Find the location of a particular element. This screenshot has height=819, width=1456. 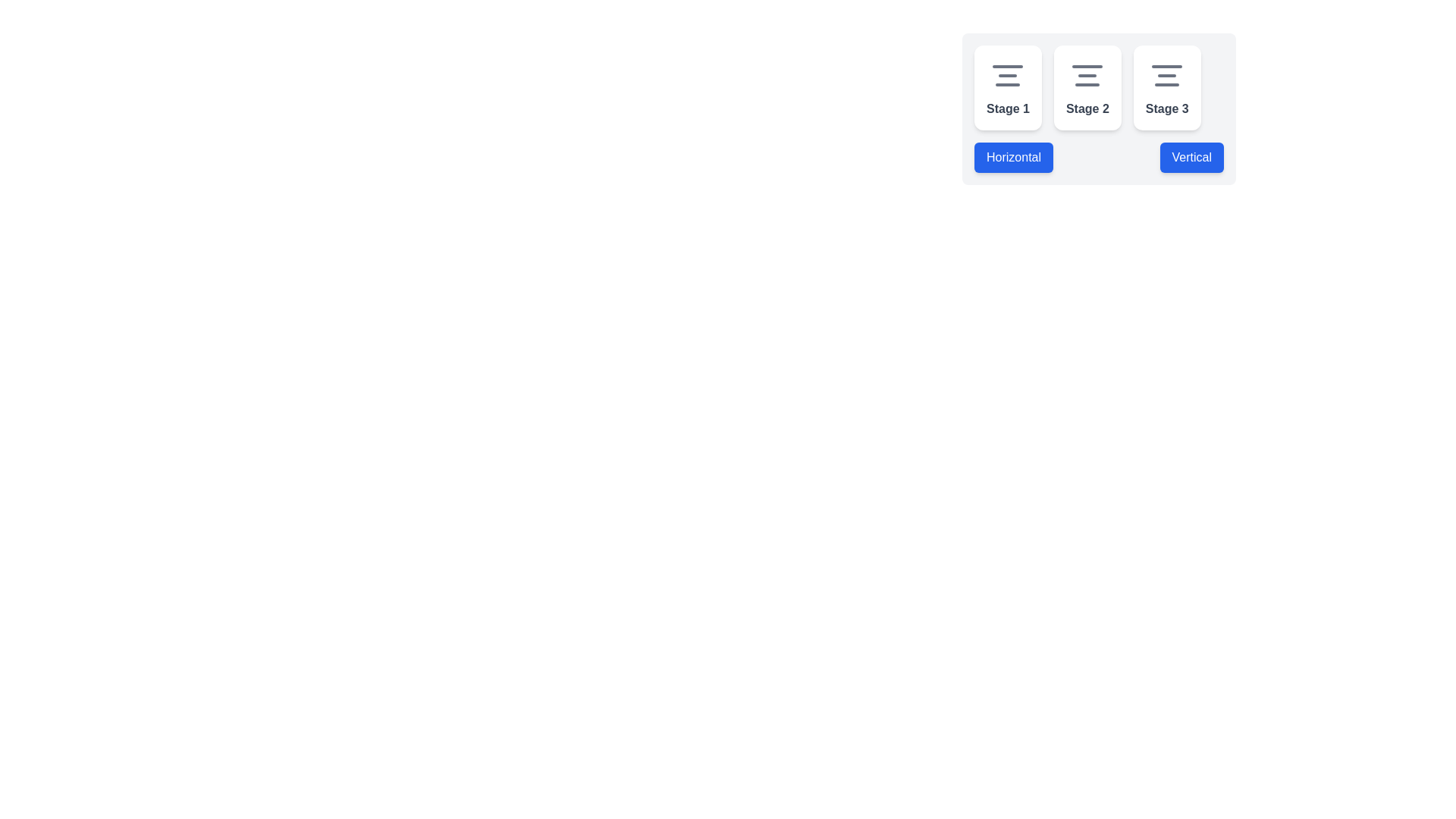

the horizontally aligned group of stage boxes labeled 'Stage 1', 'Stage 2', and 'Stage 3' is located at coordinates (1099, 87).